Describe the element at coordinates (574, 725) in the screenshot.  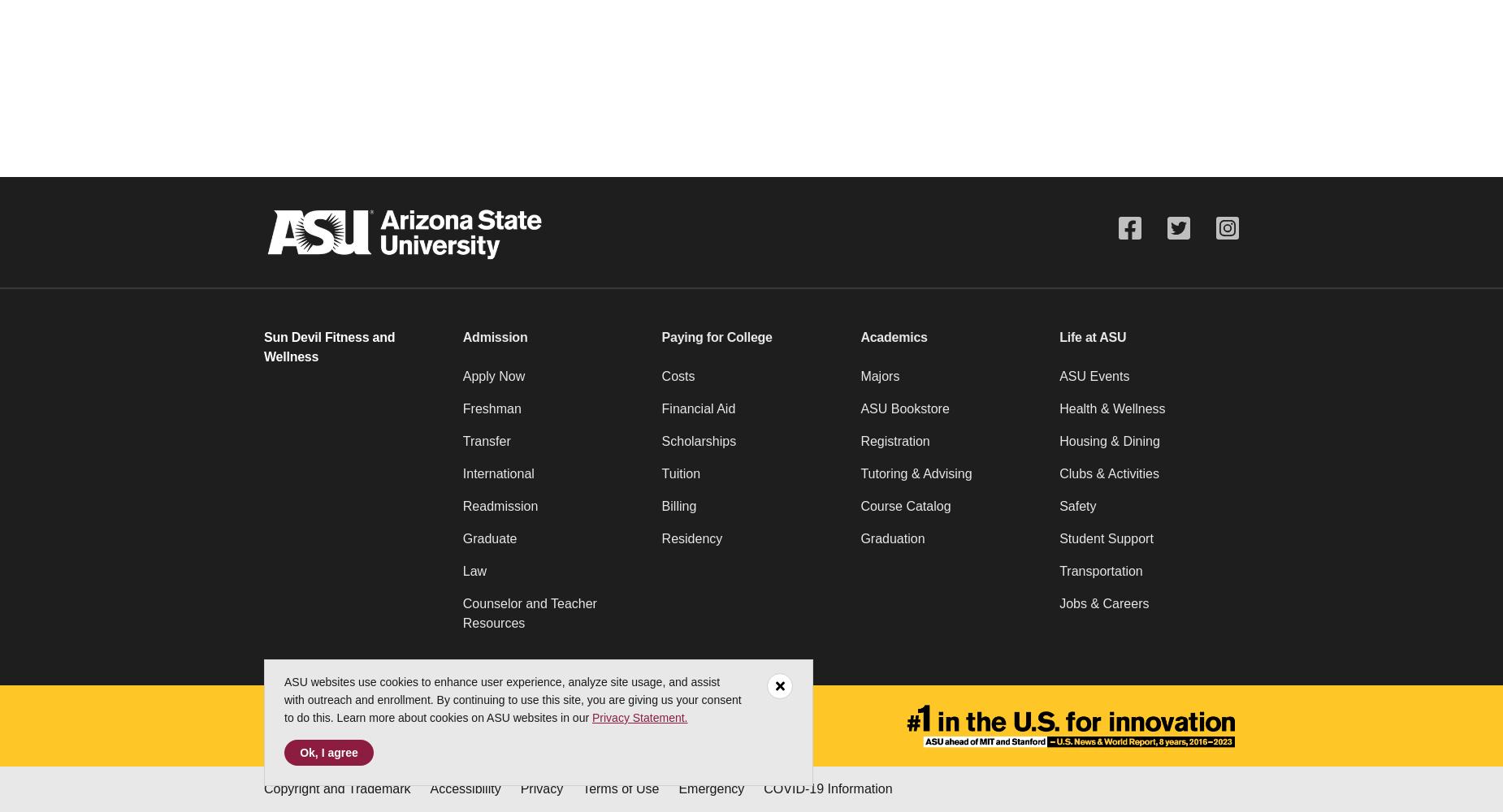
I see `'Contact ASU'` at that location.